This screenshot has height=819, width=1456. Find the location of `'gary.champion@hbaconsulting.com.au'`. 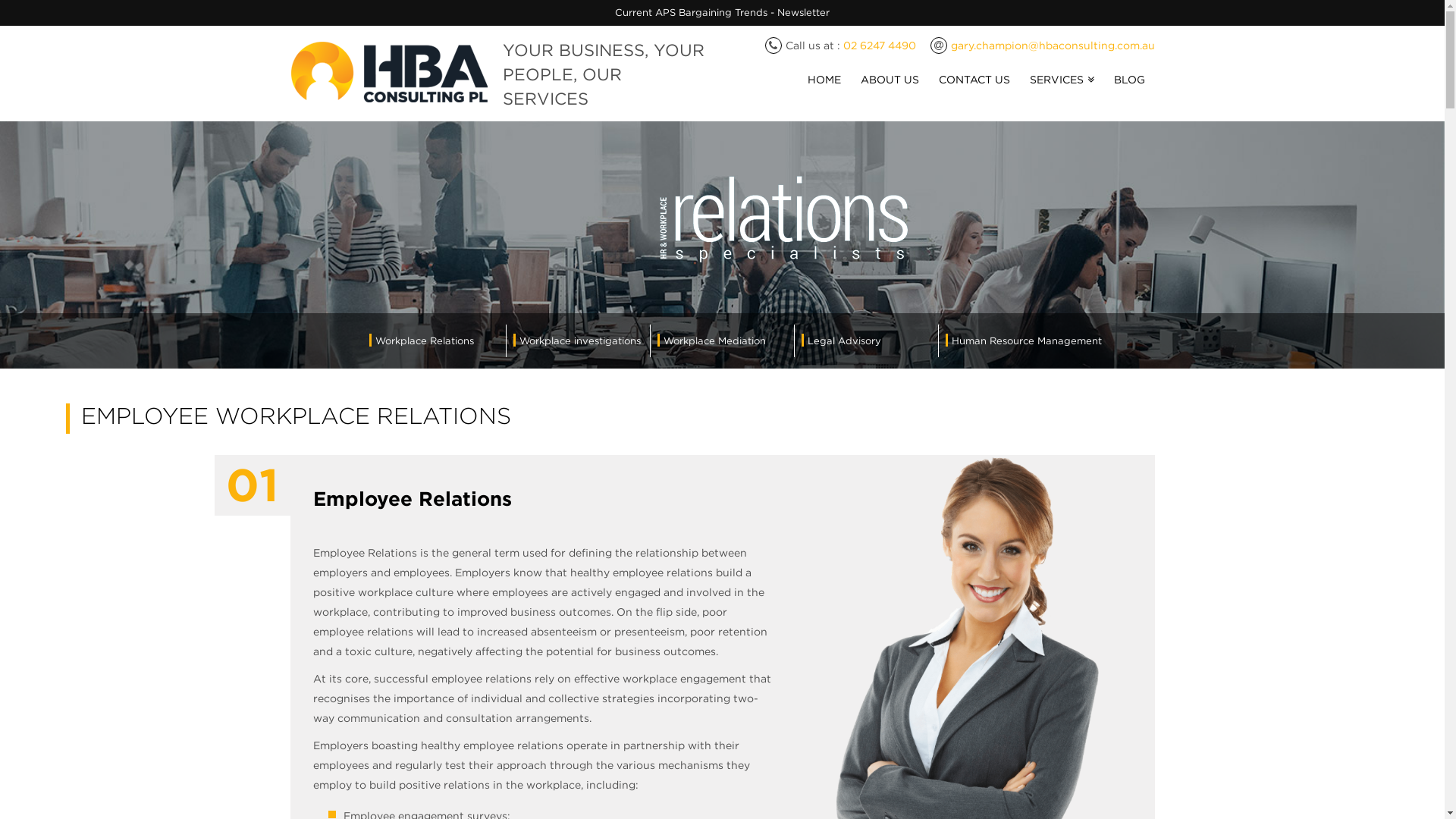

'gary.champion@hbaconsulting.com.au' is located at coordinates (1052, 45).